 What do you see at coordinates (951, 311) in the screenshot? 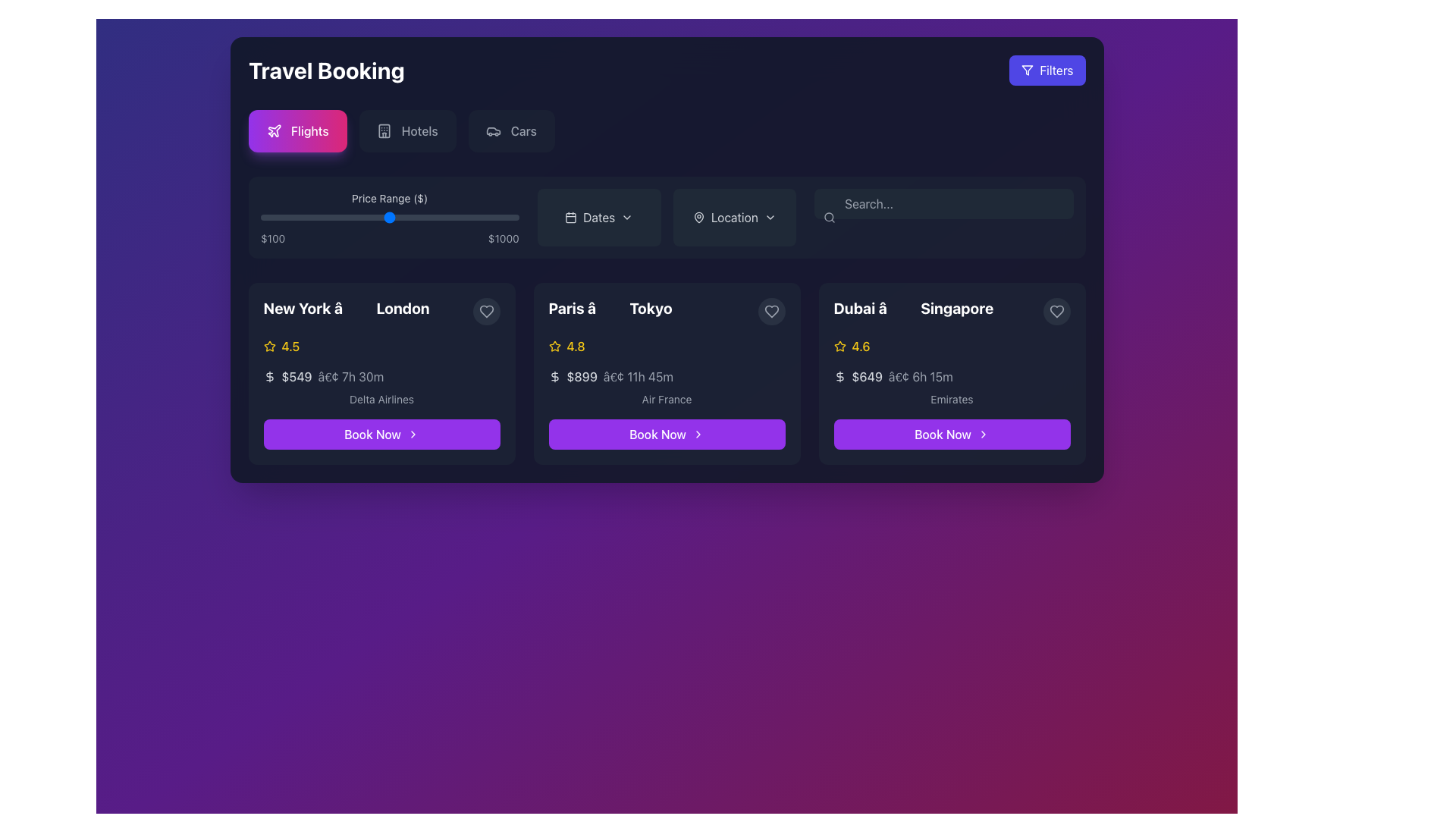
I see `the text label that highlights the travel route of the flight in the last card on the right-hand side of the horizontal stack of flight cards` at bounding box center [951, 311].